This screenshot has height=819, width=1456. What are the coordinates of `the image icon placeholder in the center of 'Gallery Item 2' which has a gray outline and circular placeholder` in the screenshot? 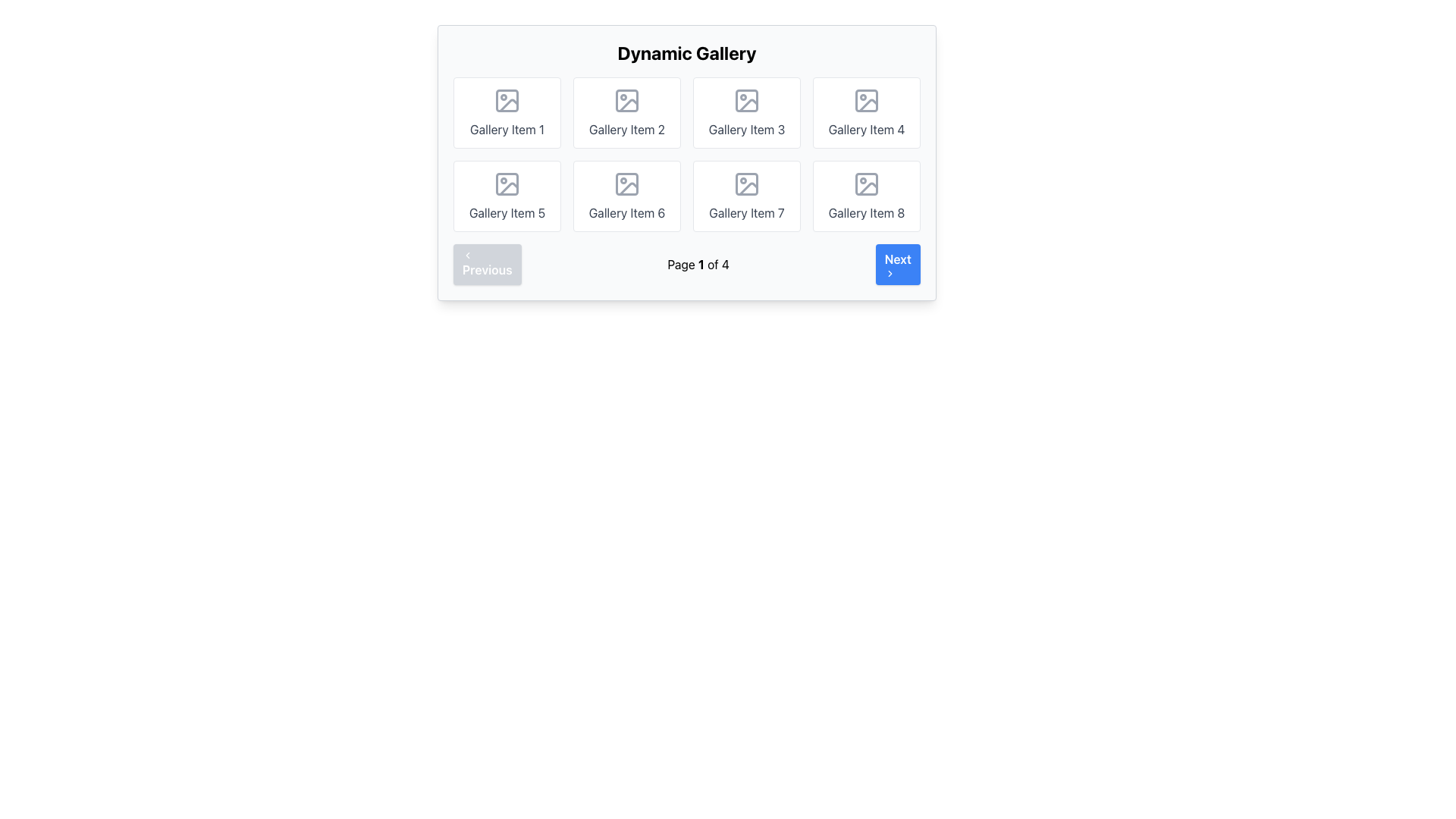 It's located at (626, 100).